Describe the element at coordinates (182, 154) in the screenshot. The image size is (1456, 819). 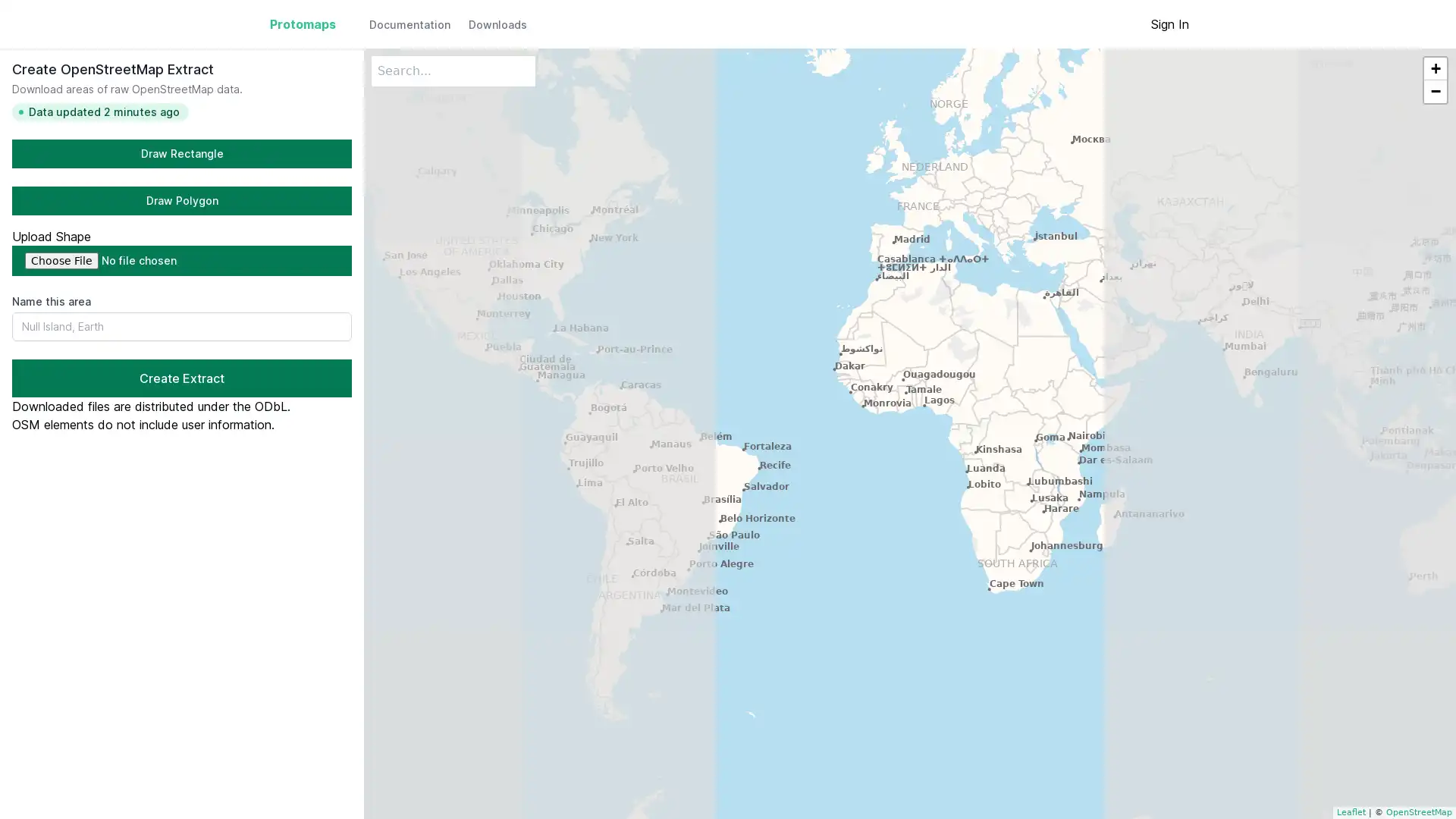
I see `Draw Rectangle` at that location.